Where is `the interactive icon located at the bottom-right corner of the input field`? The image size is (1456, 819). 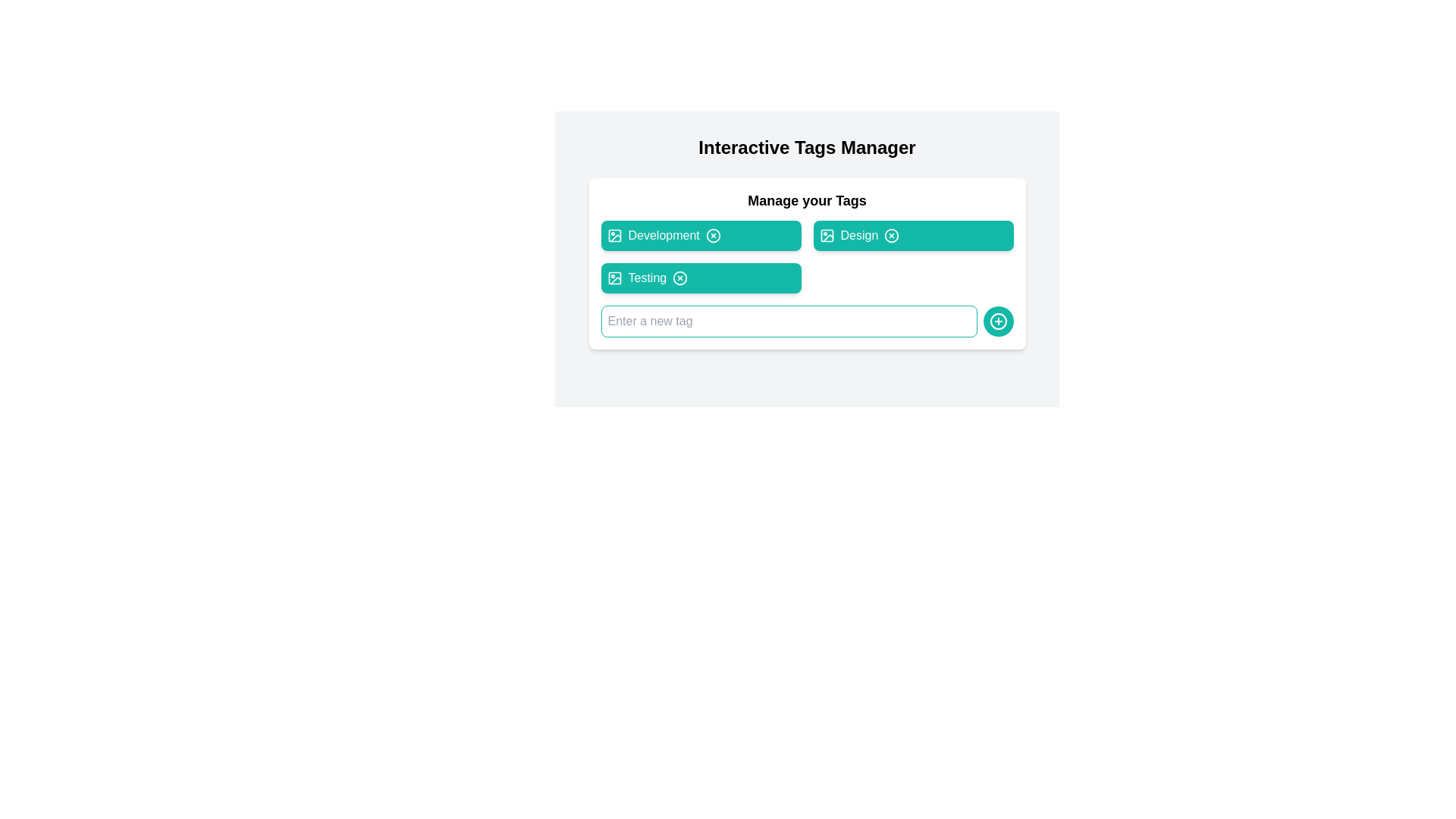 the interactive icon located at the bottom-right corner of the input field is located at coordinates (998, 321).